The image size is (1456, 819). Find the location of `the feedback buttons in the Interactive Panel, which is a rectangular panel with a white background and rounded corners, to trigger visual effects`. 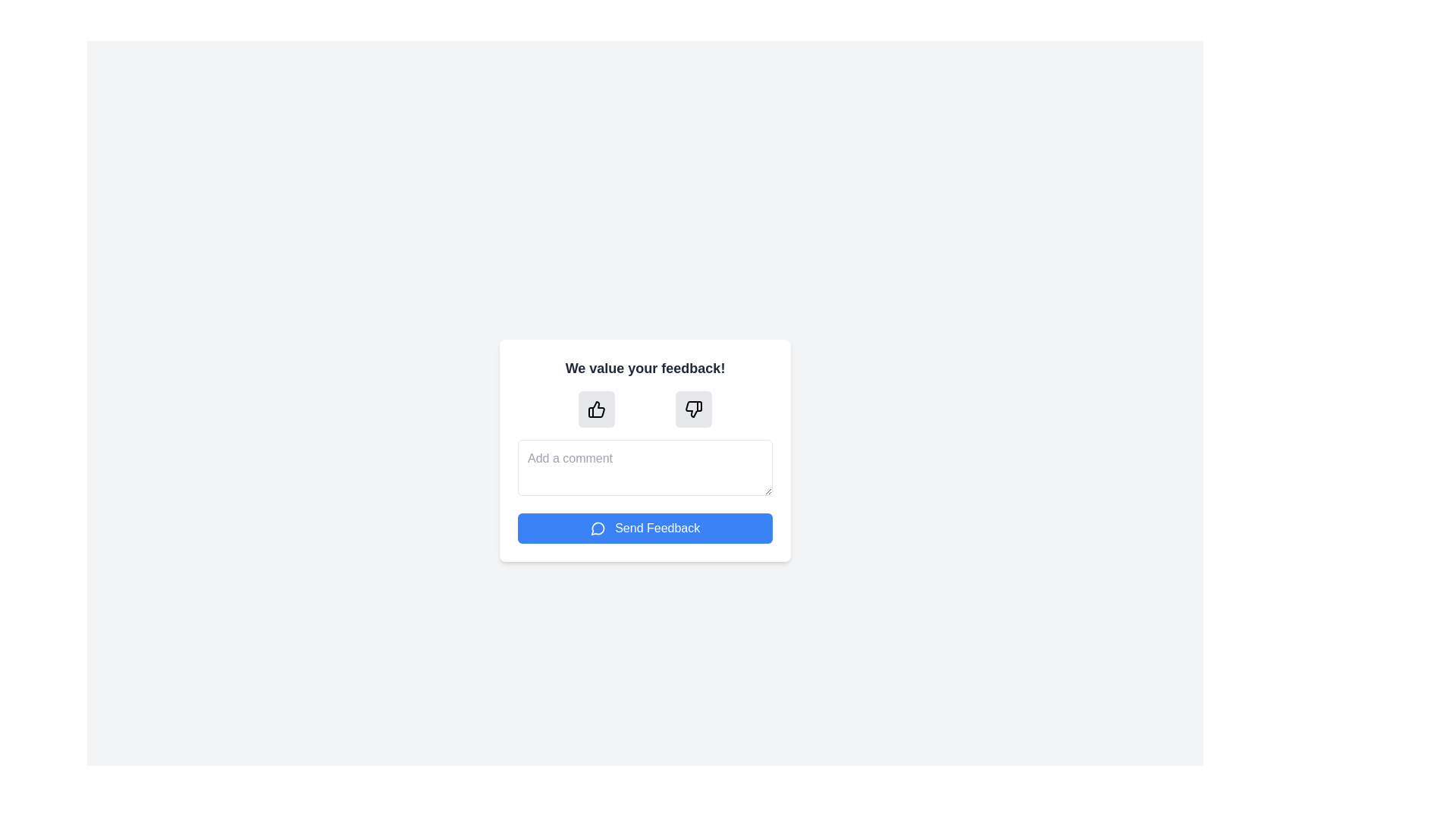

the feedback buttons in the Interactive Panel, which is a rectangular panel with a white background and rounded corners, to trigger visual effects is located at coordinates (645, 450).